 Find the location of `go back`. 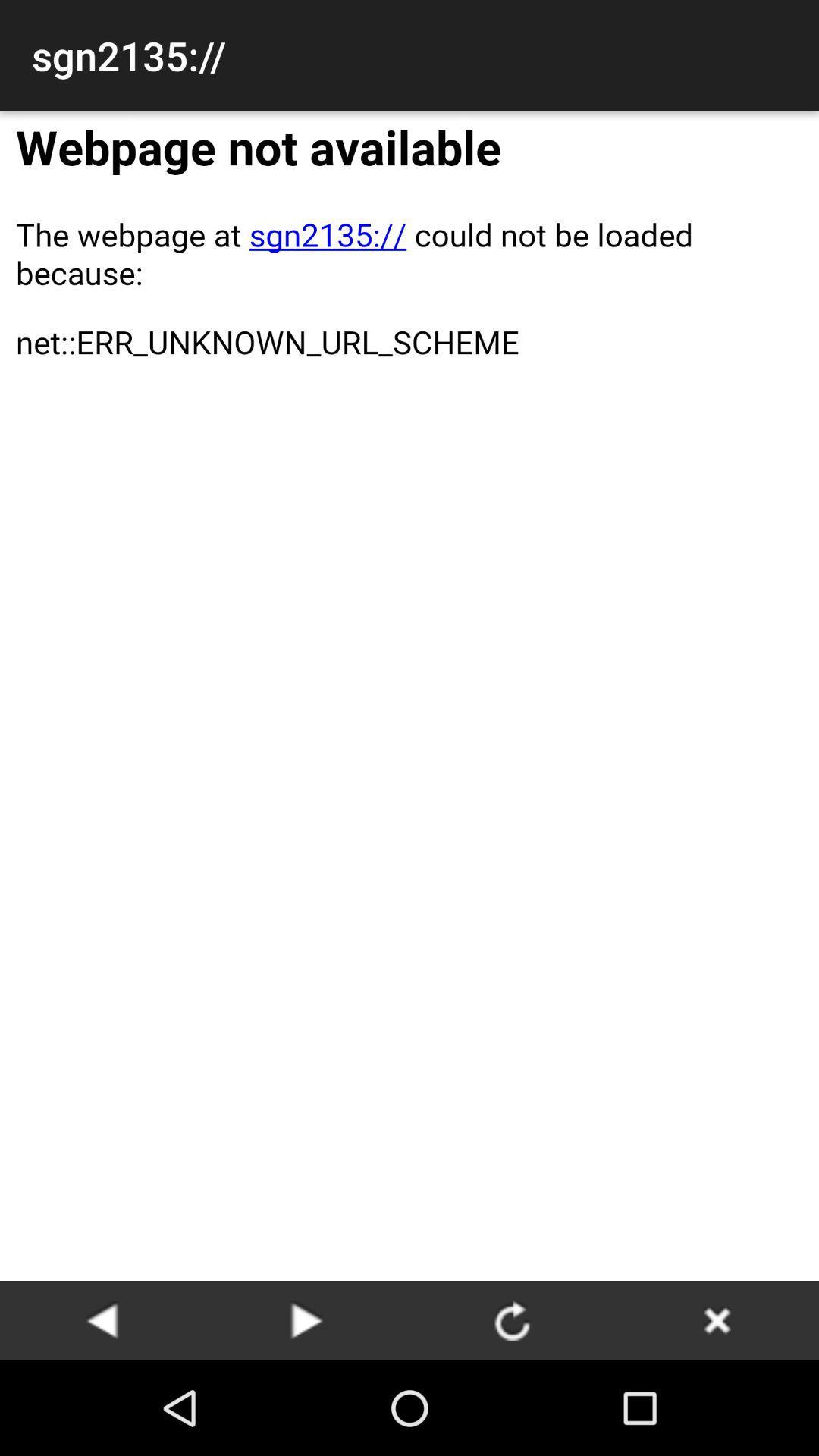

go back is located at coordinates (102, 1319).